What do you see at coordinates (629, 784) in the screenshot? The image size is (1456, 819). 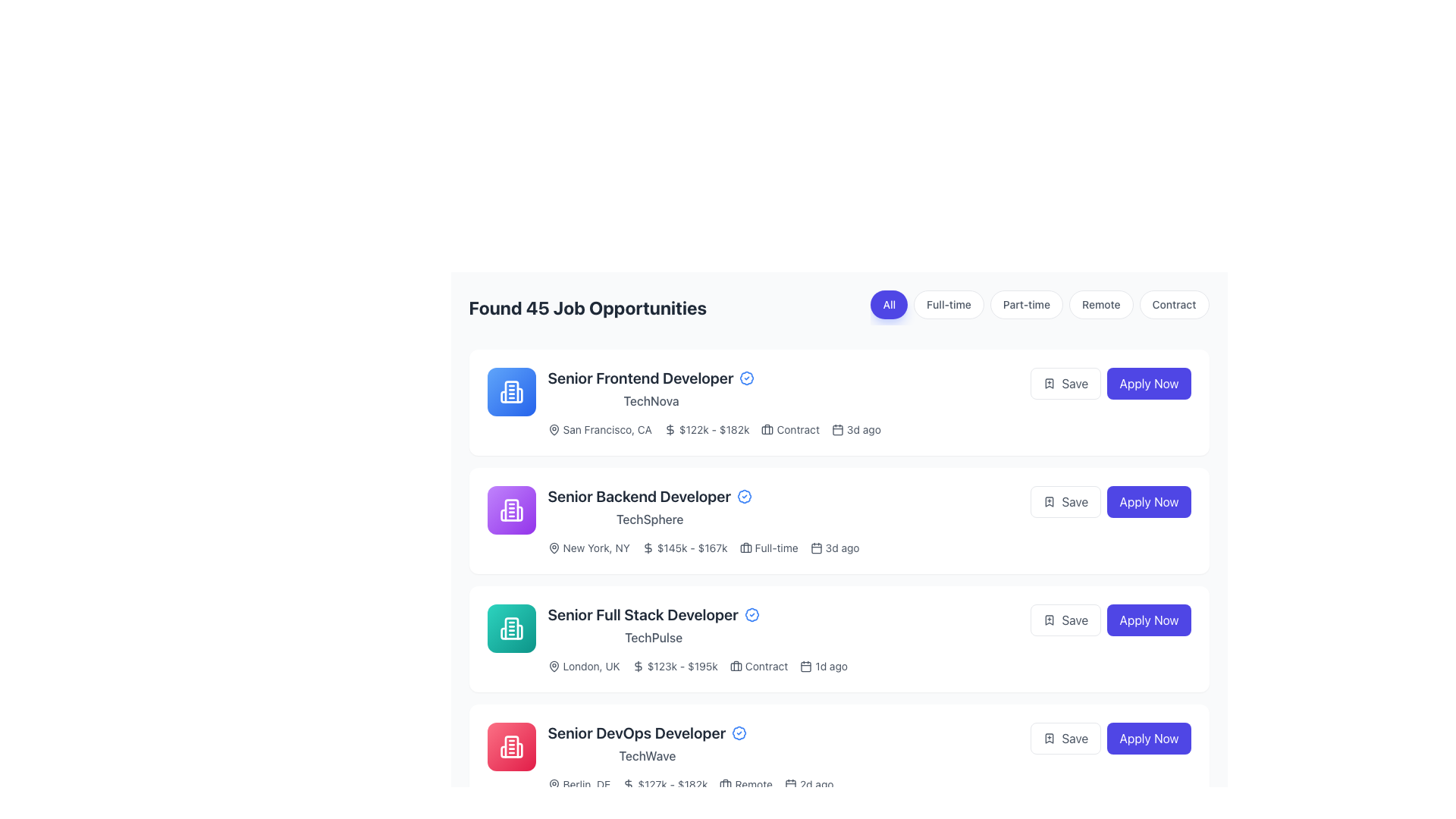 I see `the small, minimalist dollar sign icon located to the left of the salary range text '$127k - $182k' in the fourth job listing row for 'Senior DevOps Developer - TechWave'` at bounding box center [629, 784].